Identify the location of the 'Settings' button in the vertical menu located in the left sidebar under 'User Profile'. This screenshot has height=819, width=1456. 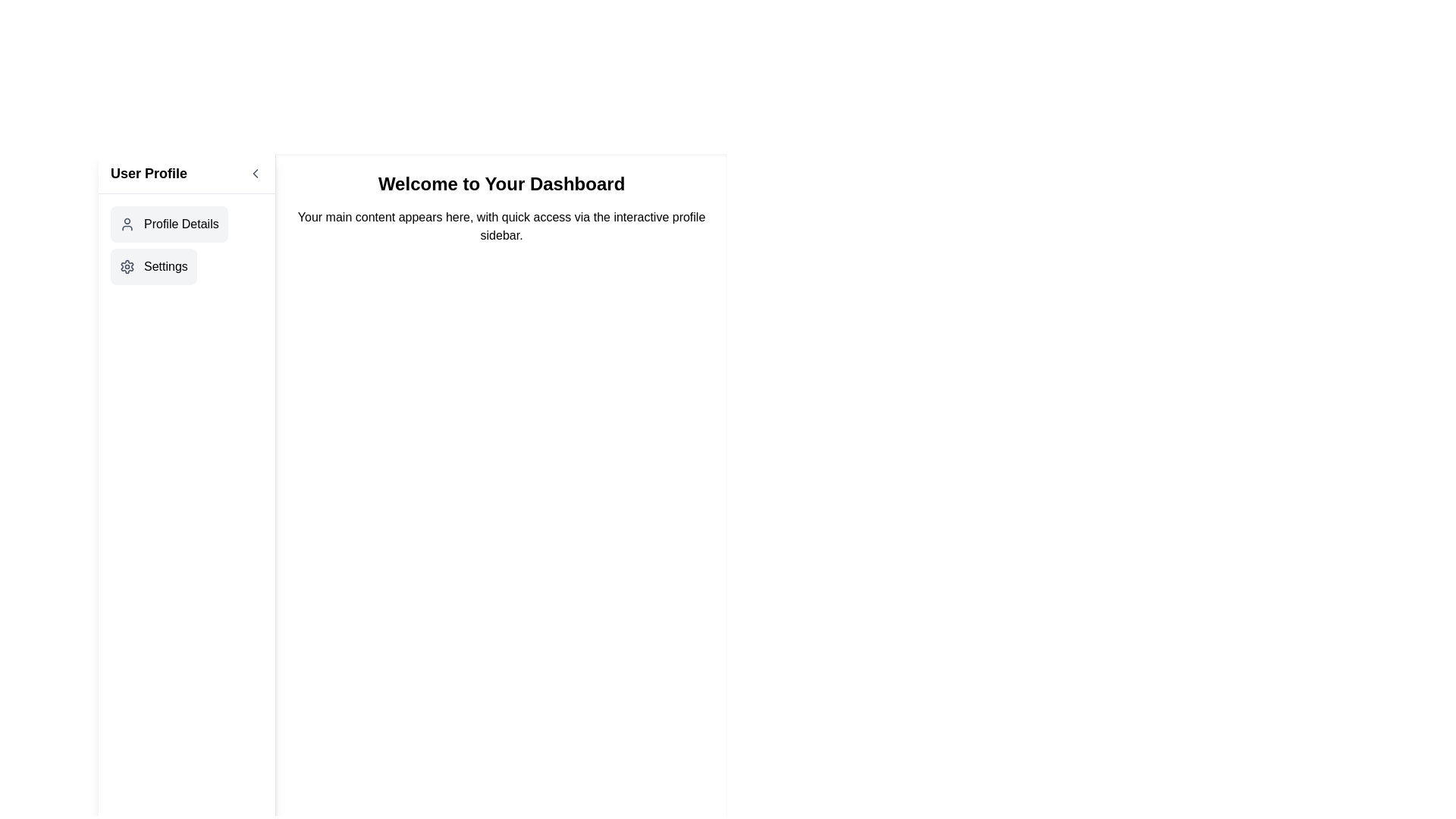
(186, 245).